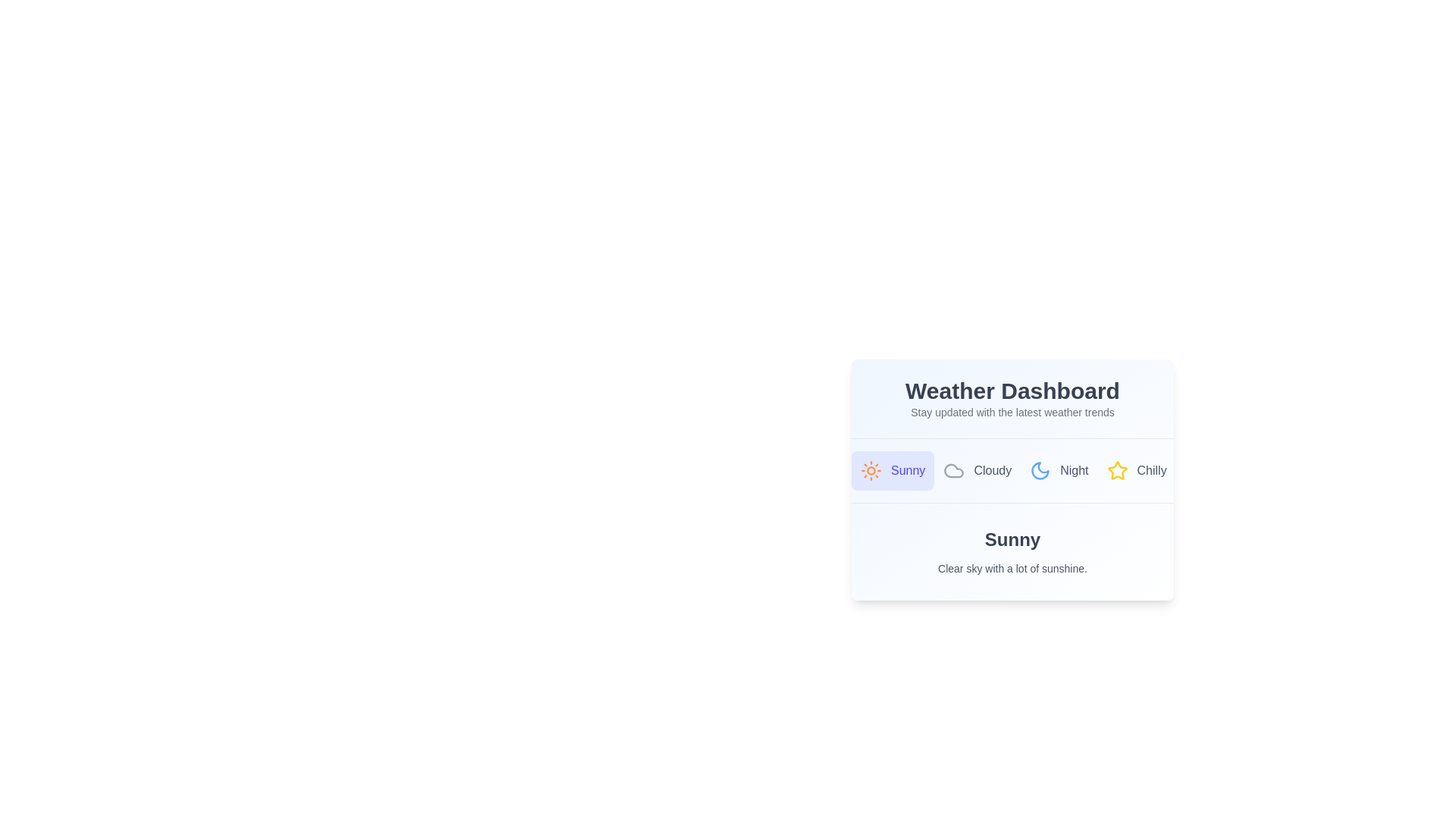 The width and height of the screenshot is (1456, 819). What do you see at coordinates (977, 470) in the screenshot?
I see `the Cloudy tab by clicking on its button` at bounding box center [977, 470].